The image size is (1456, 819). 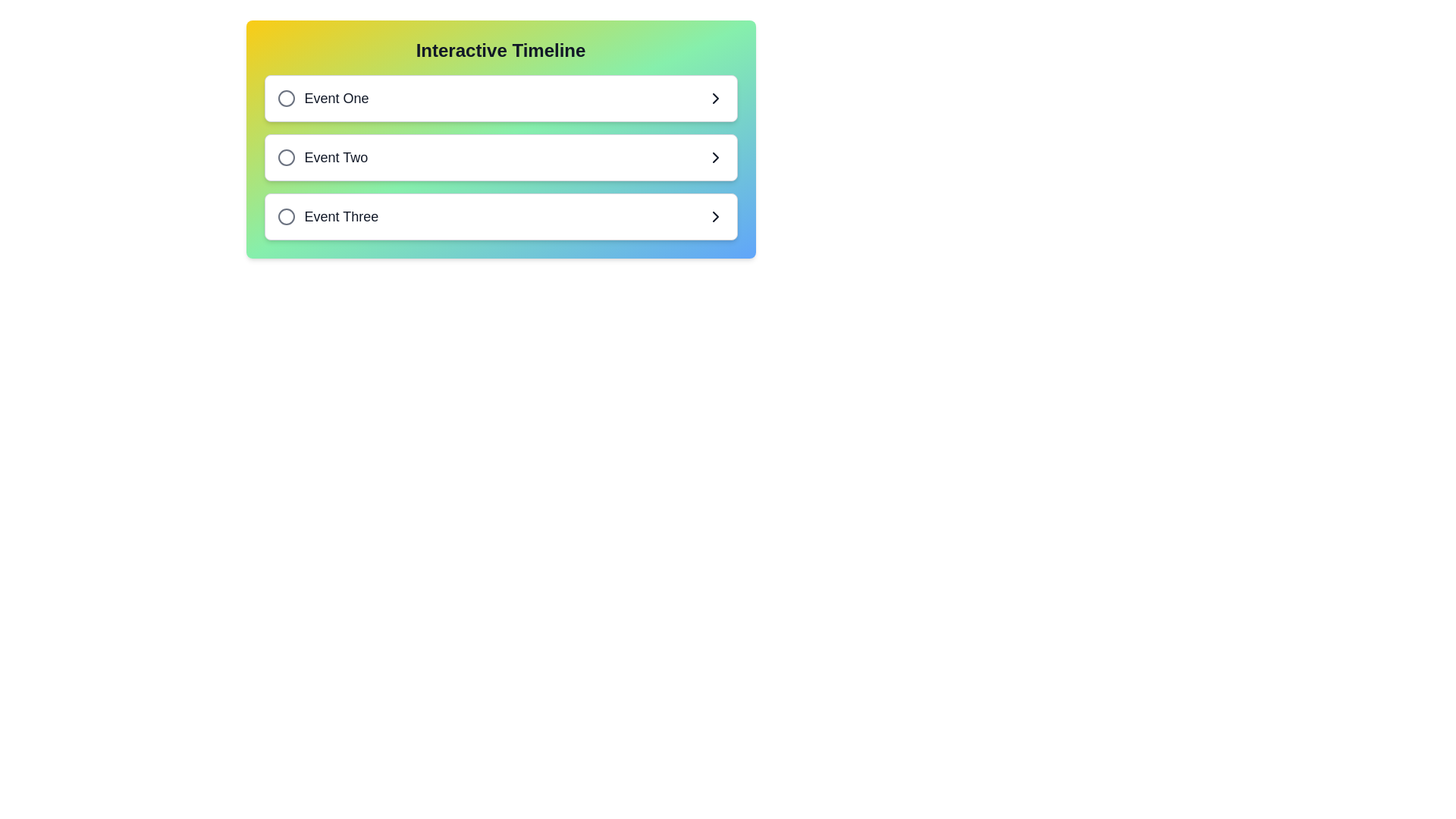 I want to click on the first list item labeled 'Event One' in the Interactive Timeline, so click(x=500, y=99).